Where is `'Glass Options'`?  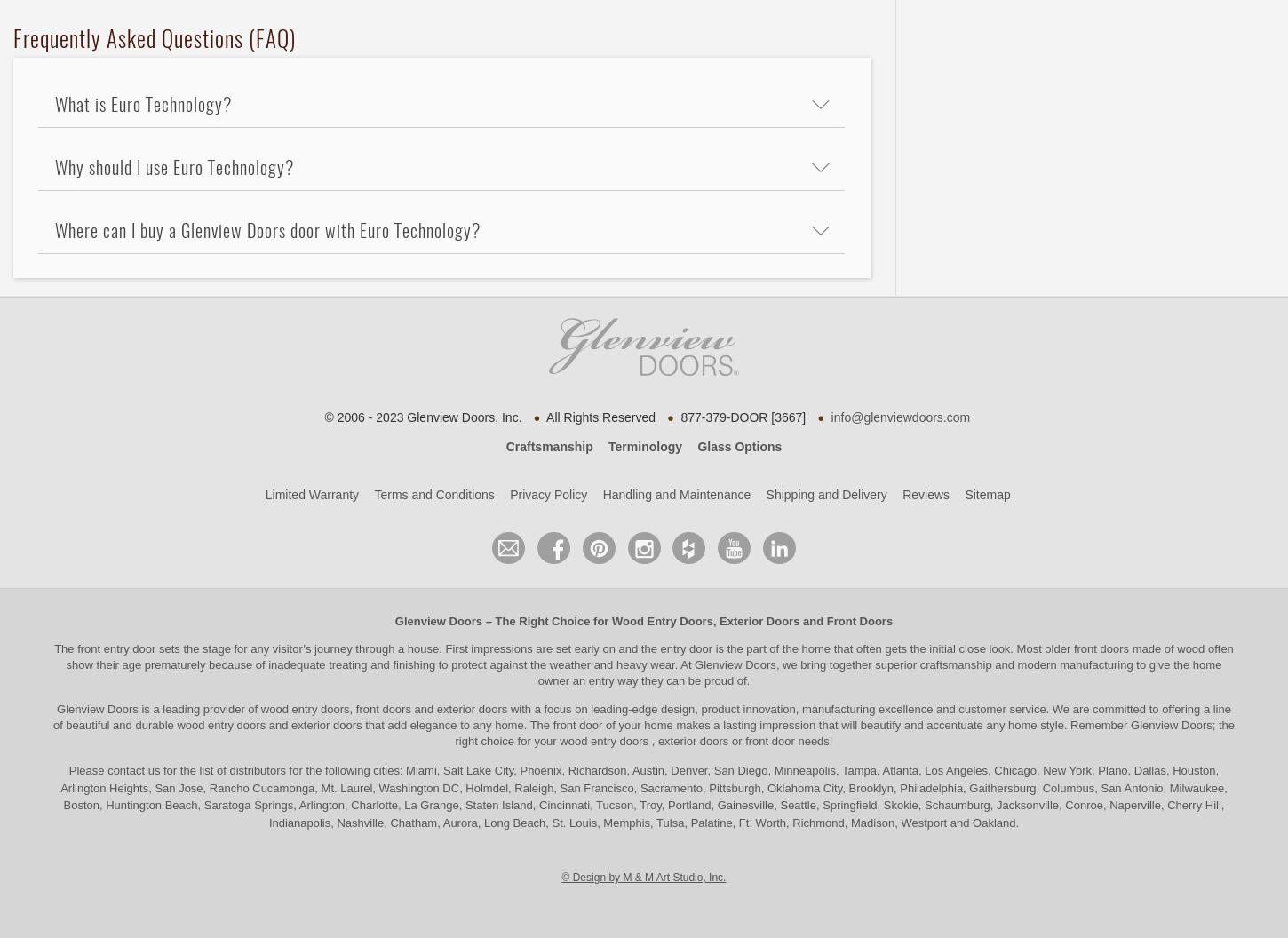 'Glass Options' is located at coordinates (739, 445).